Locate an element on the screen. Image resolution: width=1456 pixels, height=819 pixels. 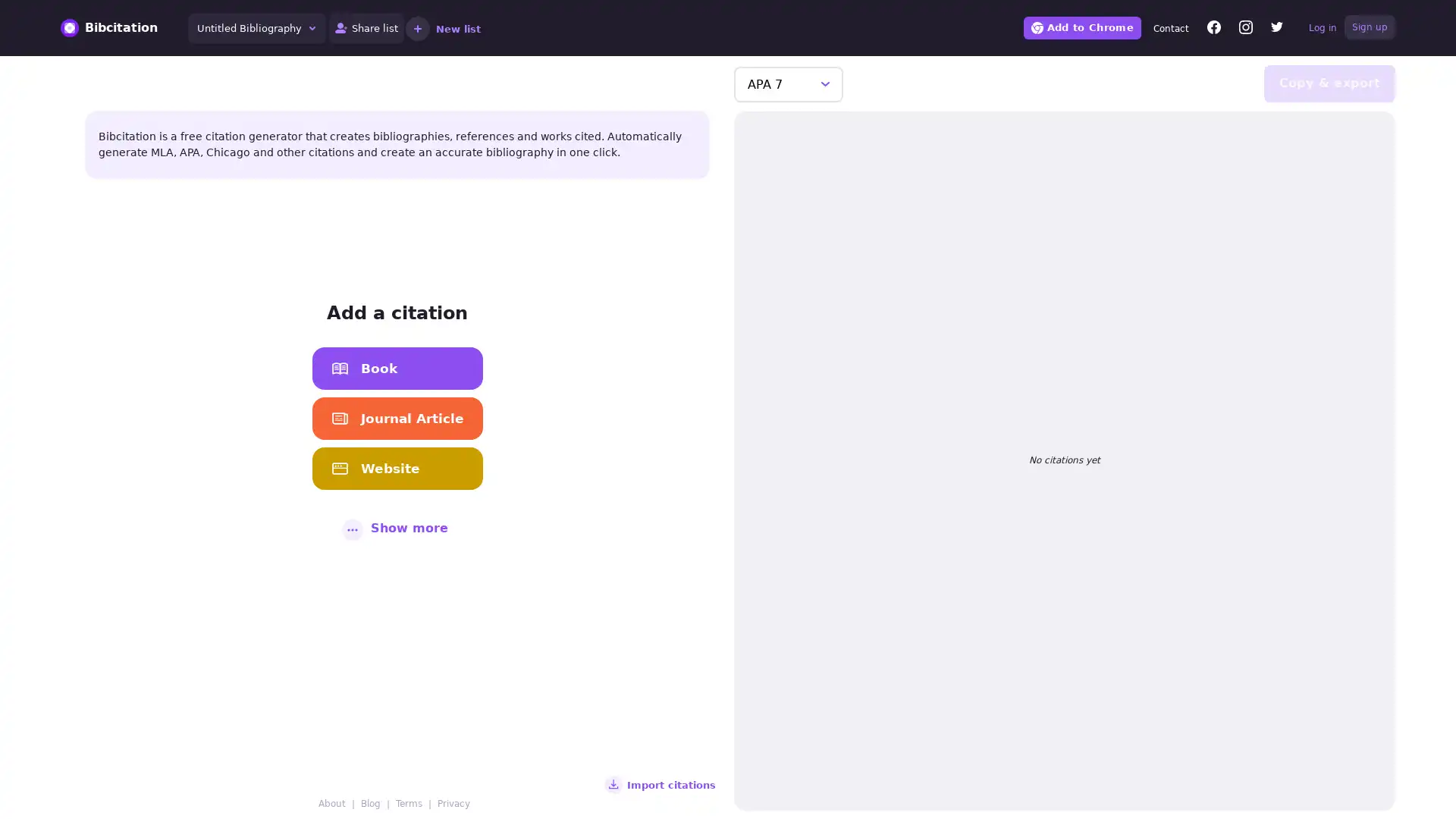
Untitled Bibliography is located at coordinates (257, 28).